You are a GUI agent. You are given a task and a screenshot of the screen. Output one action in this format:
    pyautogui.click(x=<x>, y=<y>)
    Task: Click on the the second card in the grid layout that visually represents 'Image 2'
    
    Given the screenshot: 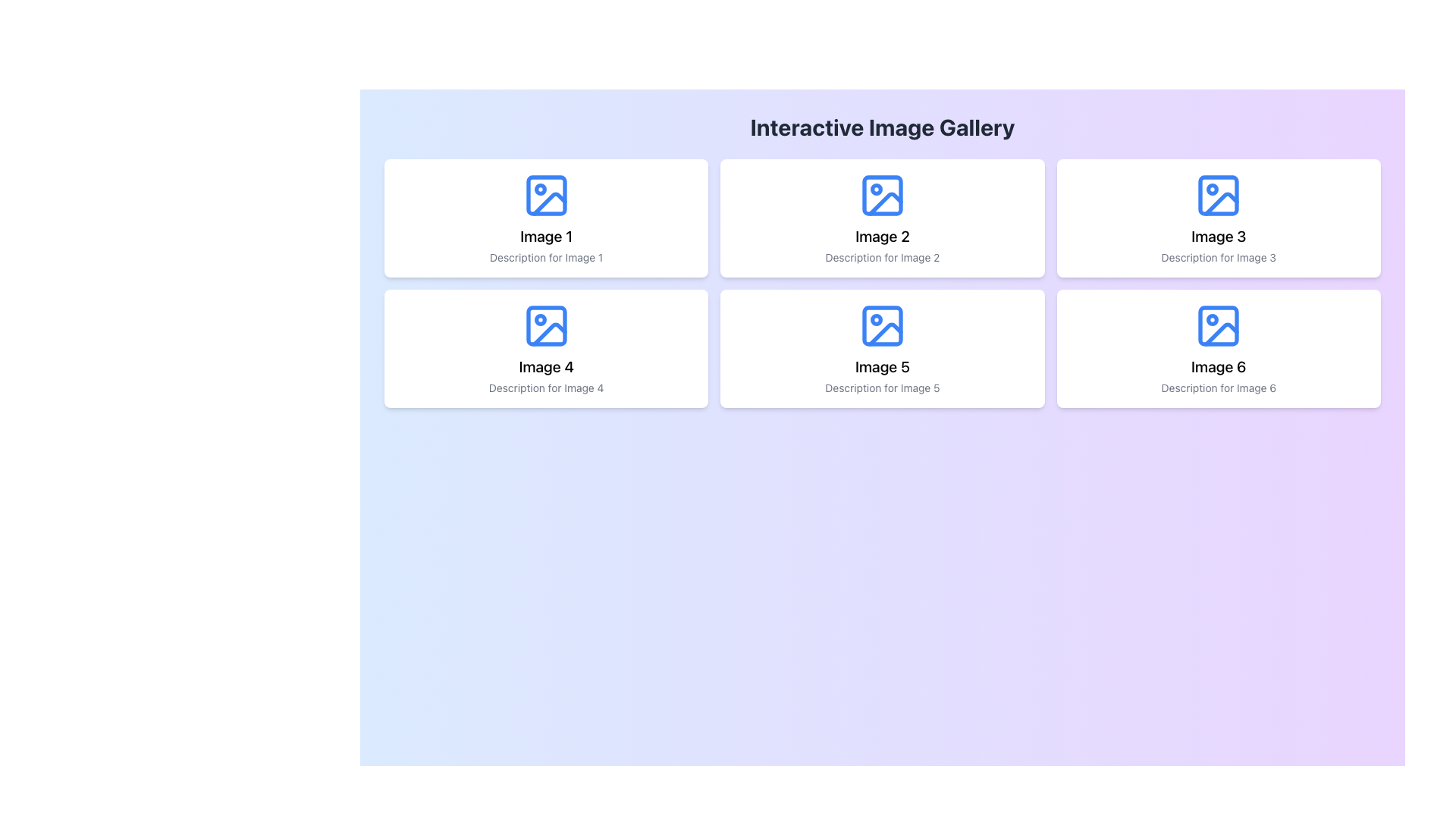 What is the action you would take?
    pyautogui.click(x=882, y=218)
    